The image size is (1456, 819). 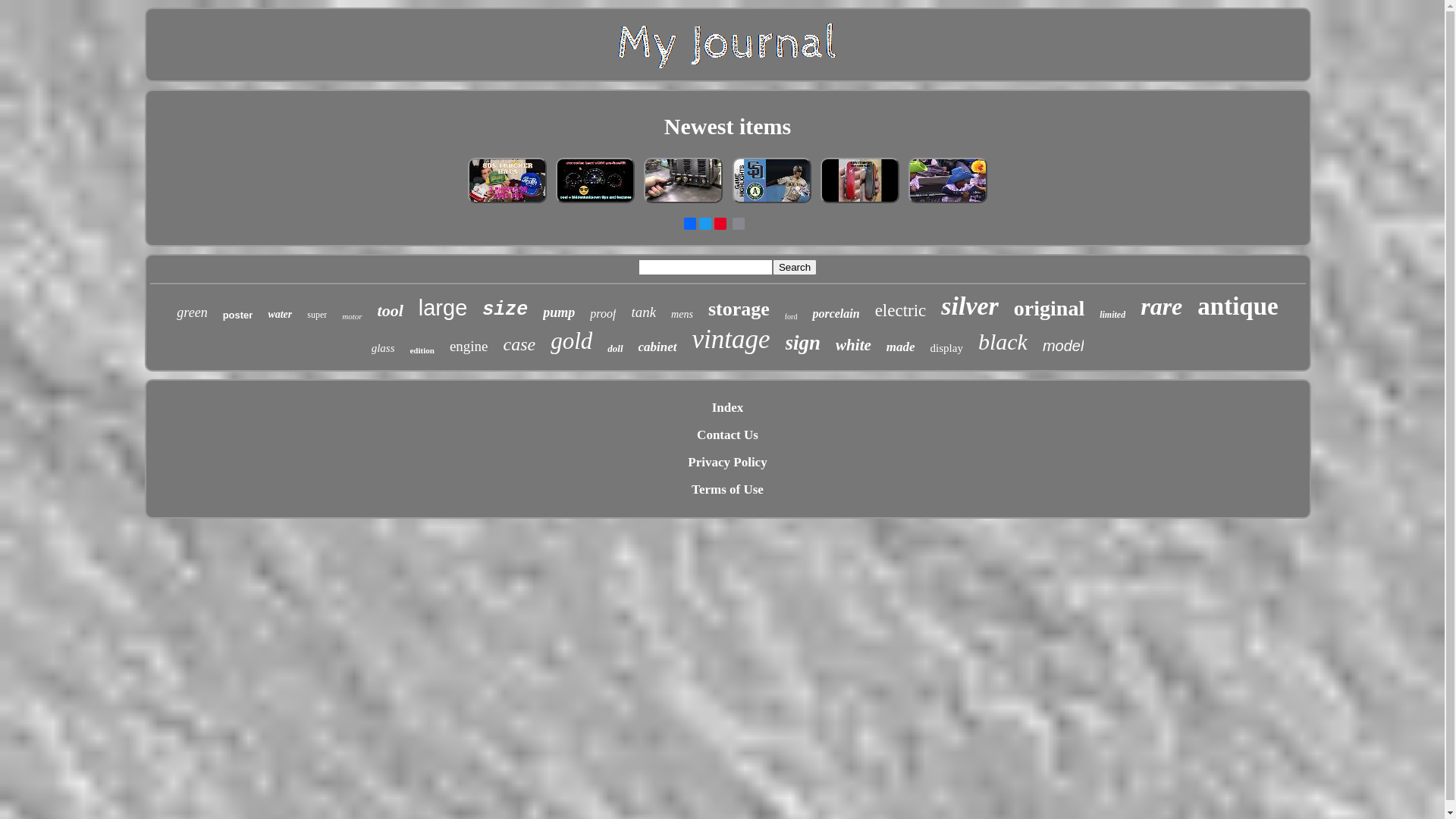 I want to click on 'cabinet', so click(x=657, y=347).